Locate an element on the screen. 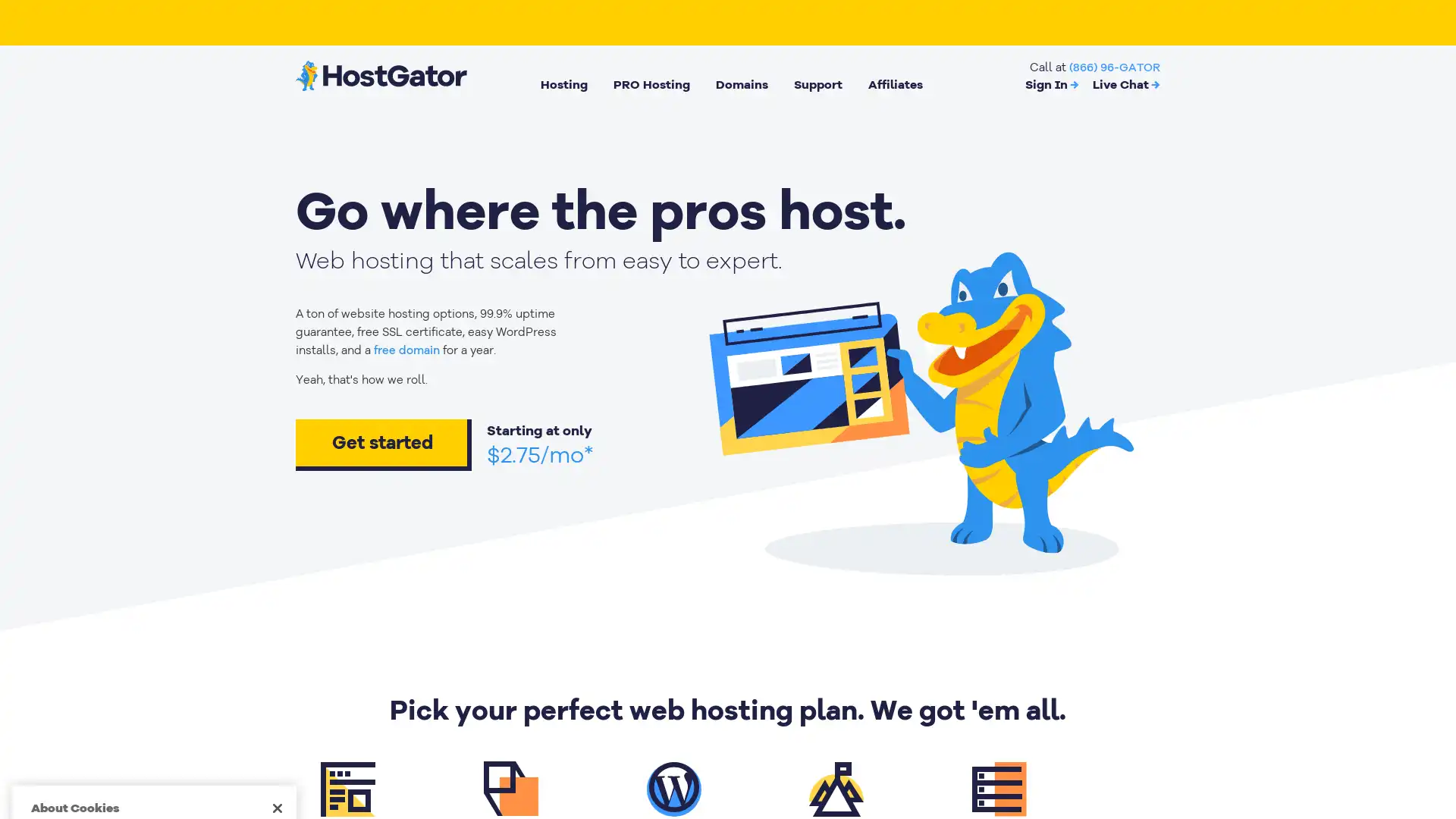  $2.75/mo* is located at coordinates (540, 454).